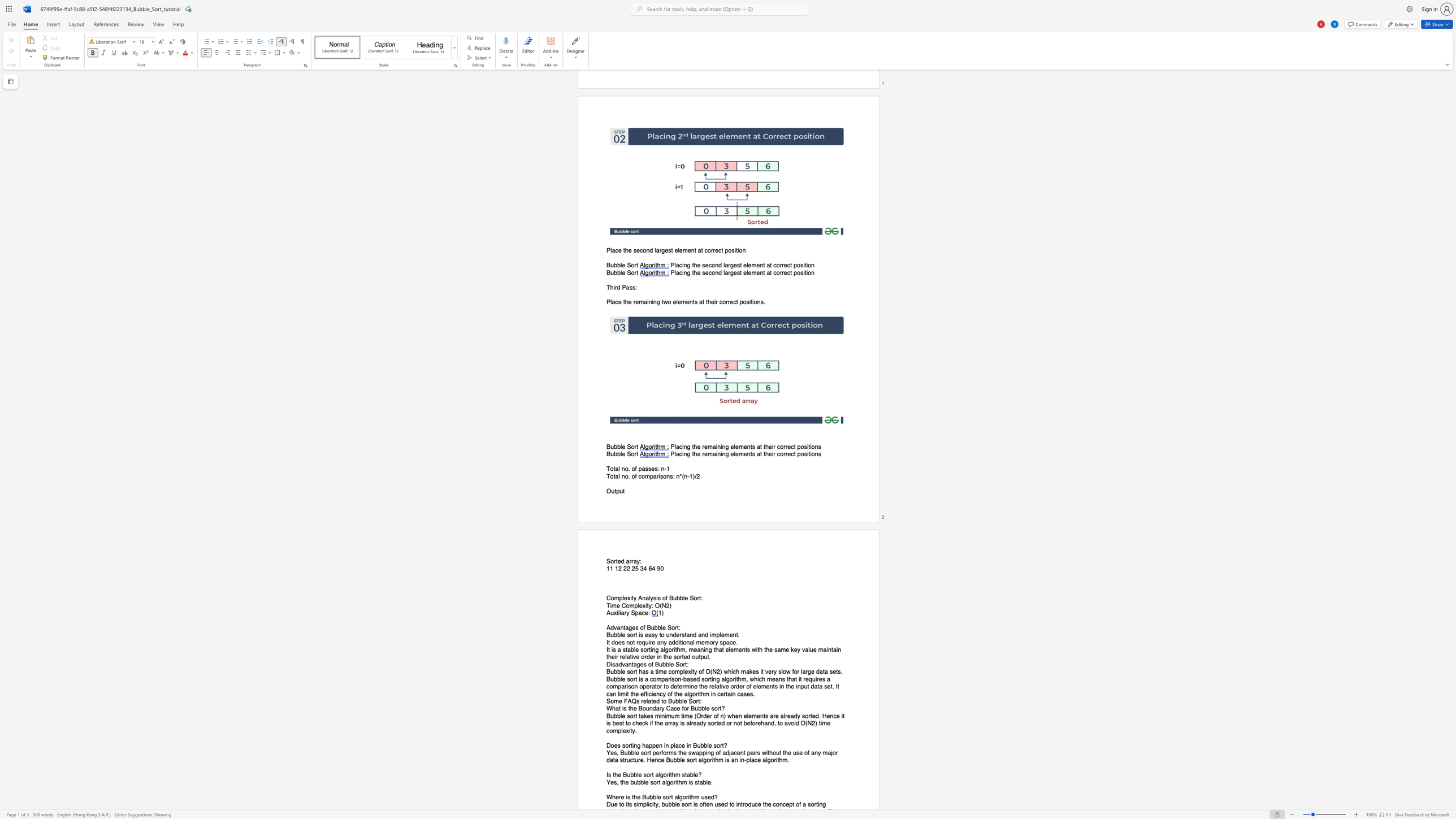 This screenshot has height=819, width=1456. What do you see at coordinates (628, 476) in the screenshot?
I see `the subset text ". of comparisons: n*" within the text "Total no. of comparisons: n*(n-1)/2"` at bounding box center [628, 476].